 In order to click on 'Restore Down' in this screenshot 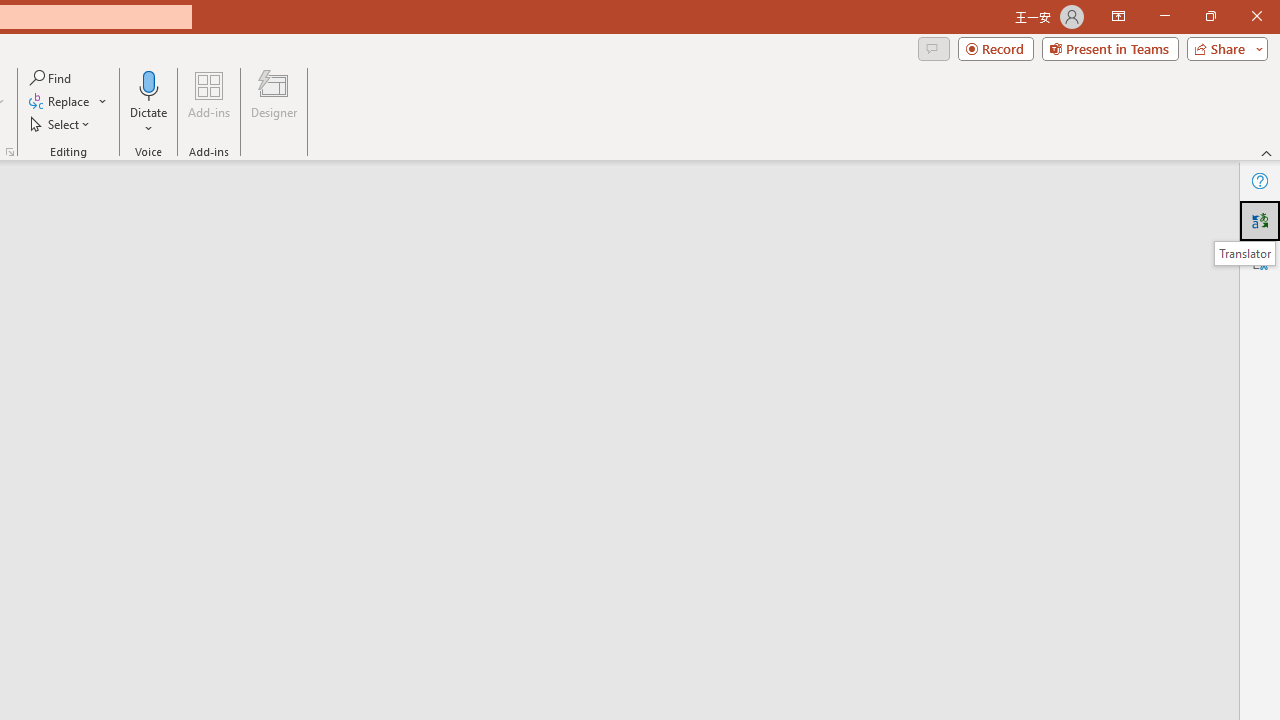, I will do `click(1209, 16)`.